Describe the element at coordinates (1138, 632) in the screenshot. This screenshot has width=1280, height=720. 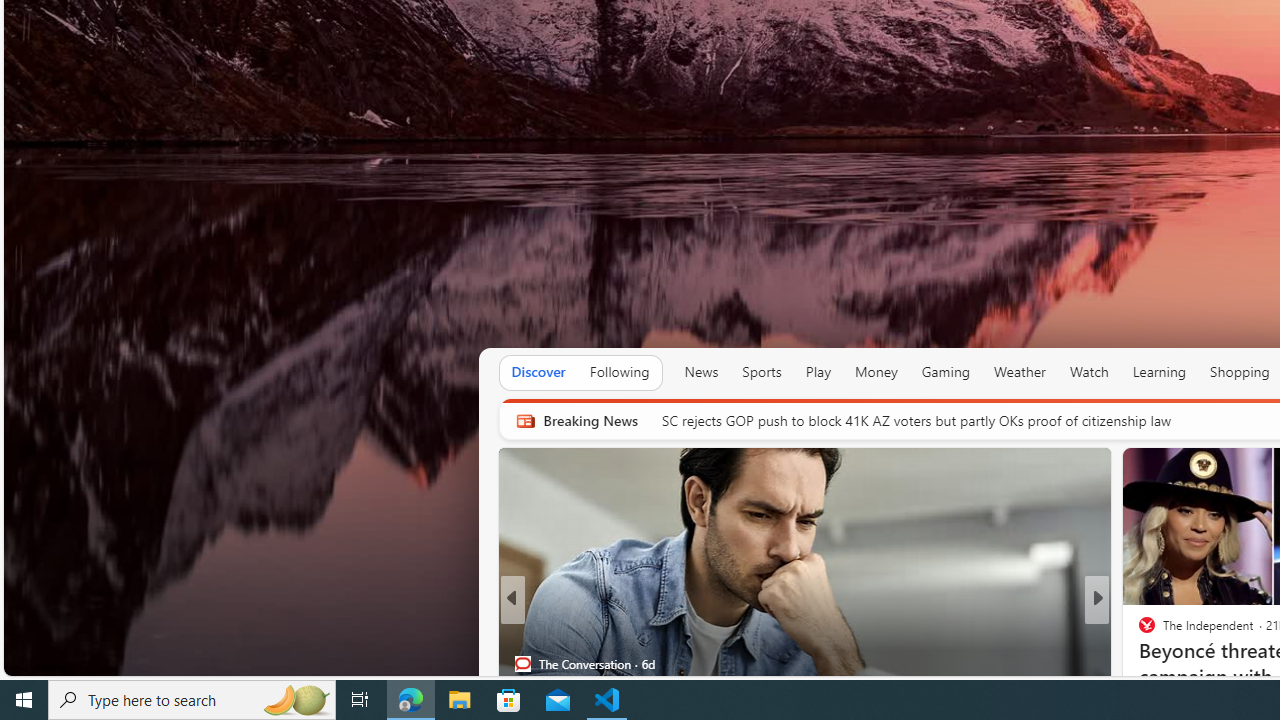
I see `'Yardbarker'` at that location.